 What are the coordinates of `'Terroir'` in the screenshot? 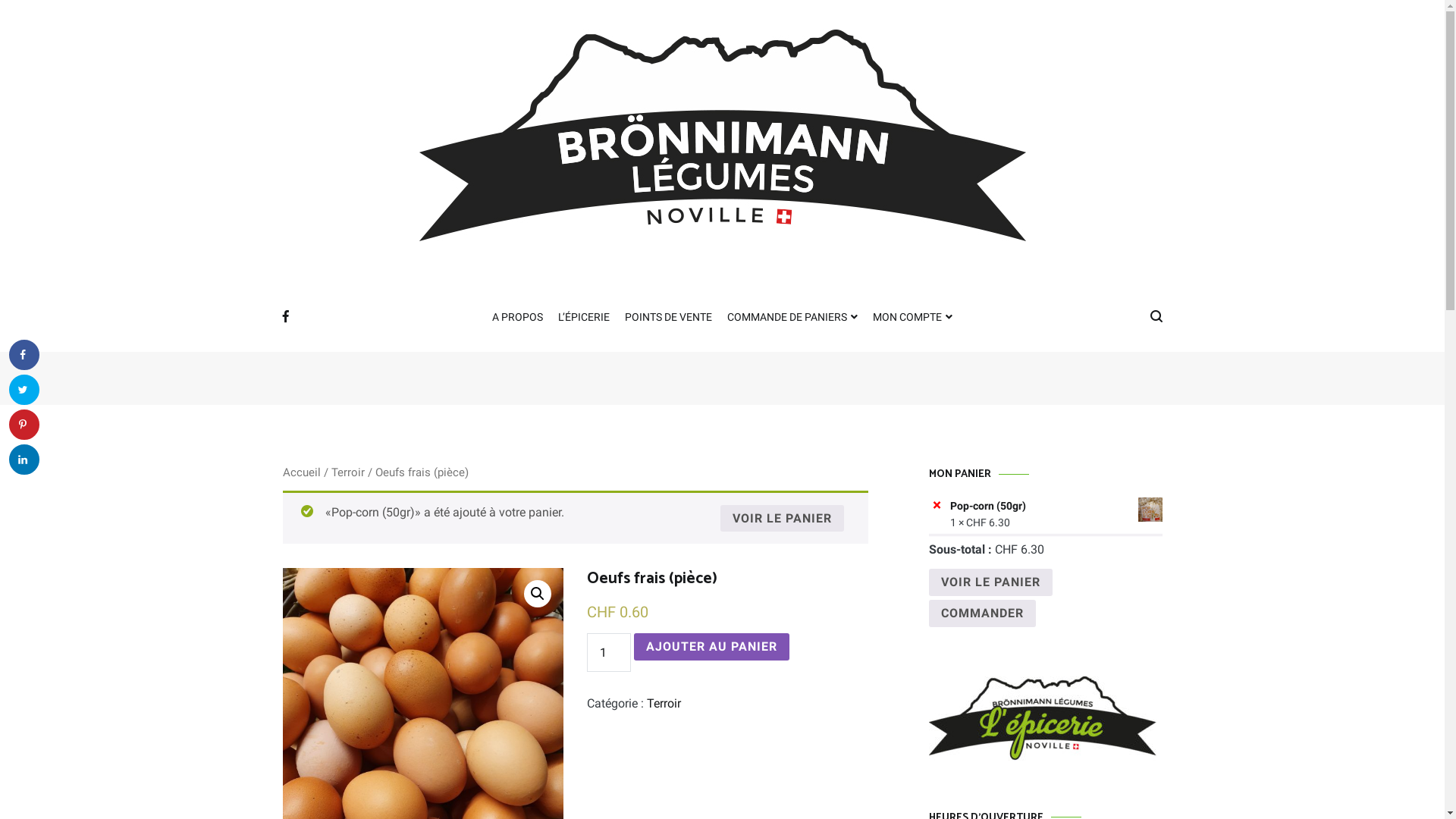 It's located at (664, 703).